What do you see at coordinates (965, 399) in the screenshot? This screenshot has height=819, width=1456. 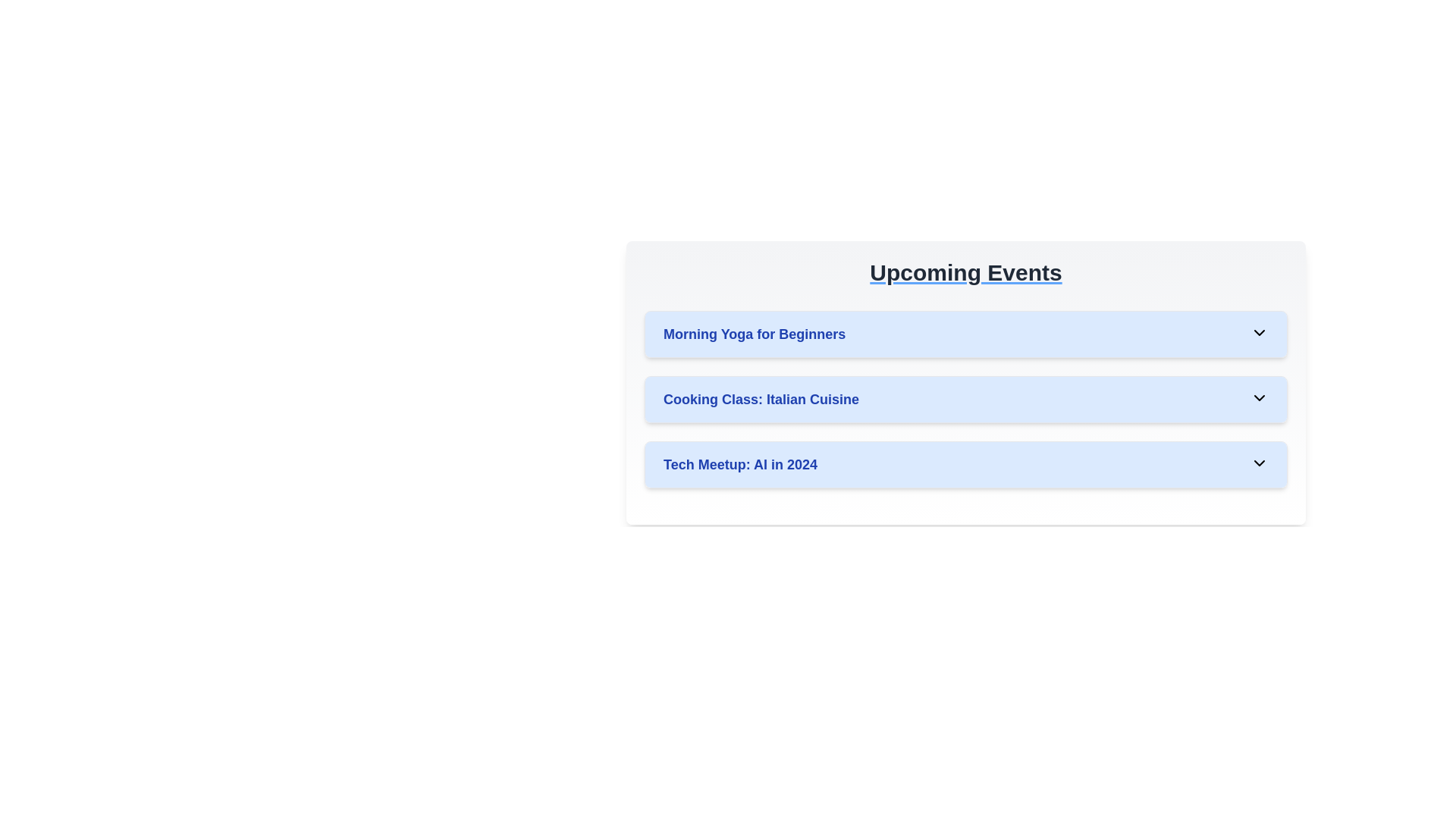 I see `the button labeled 'Cooking Class: Italian Cuisine' with a blue background` at bounding box center [965, 399].